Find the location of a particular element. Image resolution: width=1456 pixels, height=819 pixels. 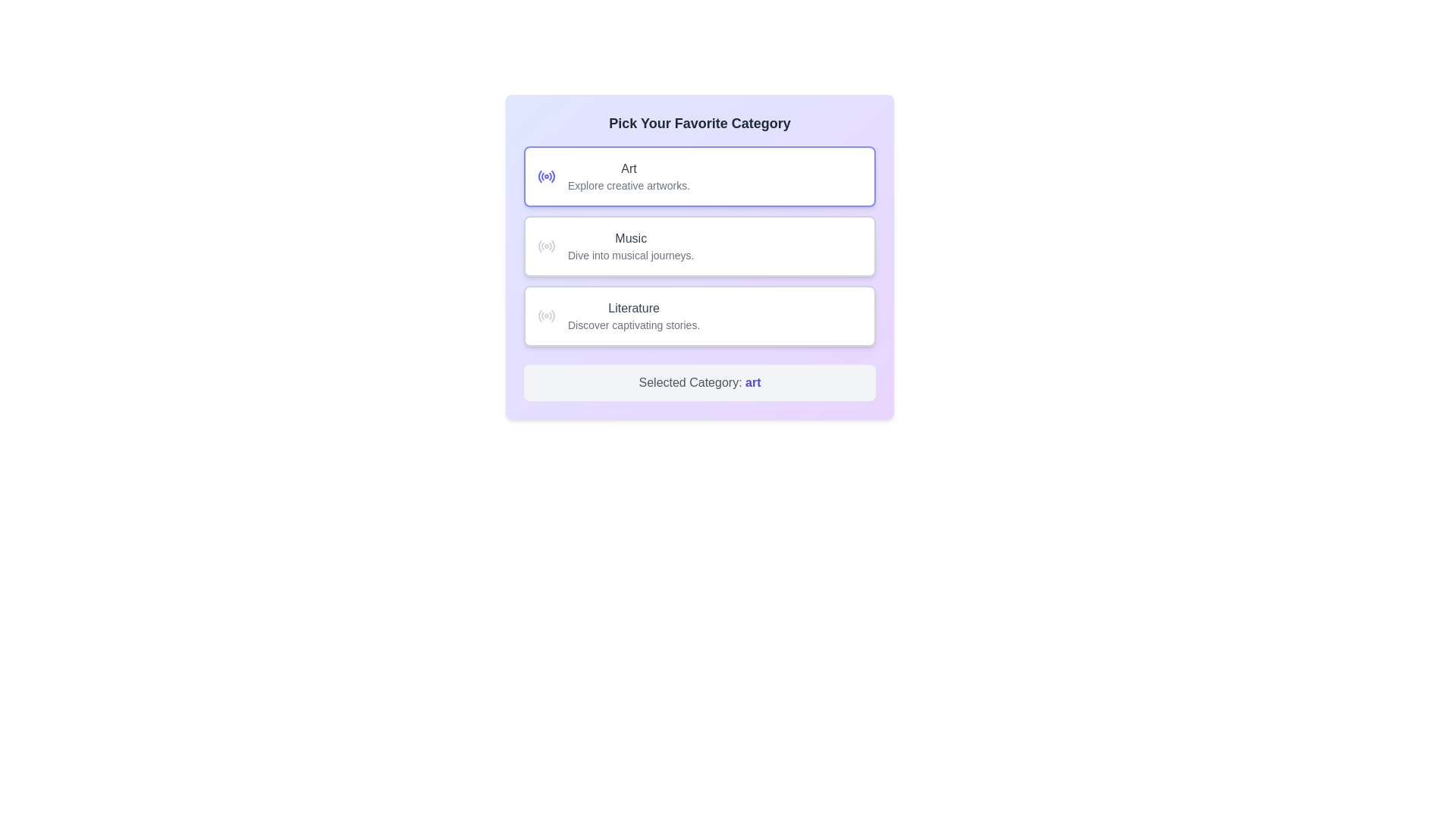

the text label that says 'Explore creative artworks.' positioned below the header 'Art' in the first option of the vertical list of selectable categories is located at coordinates (629, 185).